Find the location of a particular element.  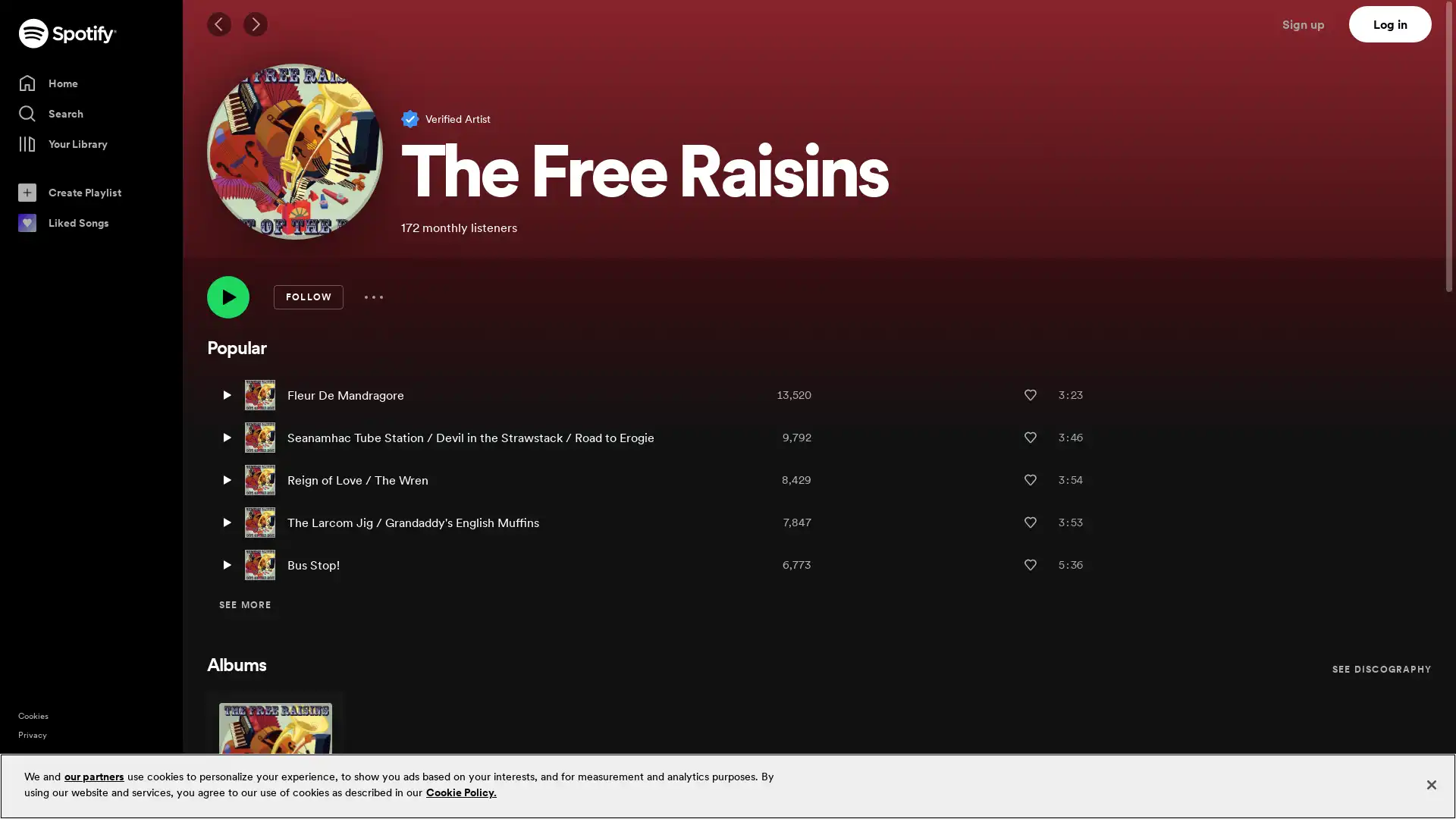

Play Fleur De Mandragore by The Free Raisins is located at coordinates (225, 394).